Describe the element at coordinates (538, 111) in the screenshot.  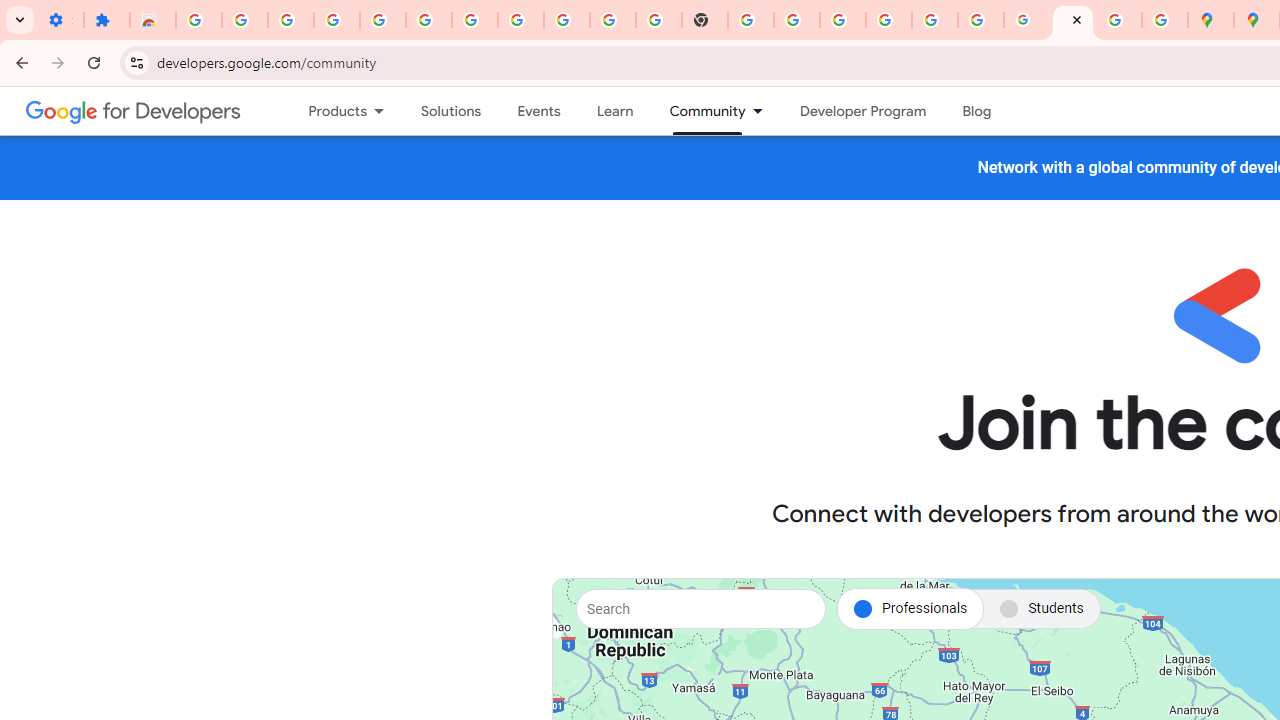
I see `'Events'` at that location.